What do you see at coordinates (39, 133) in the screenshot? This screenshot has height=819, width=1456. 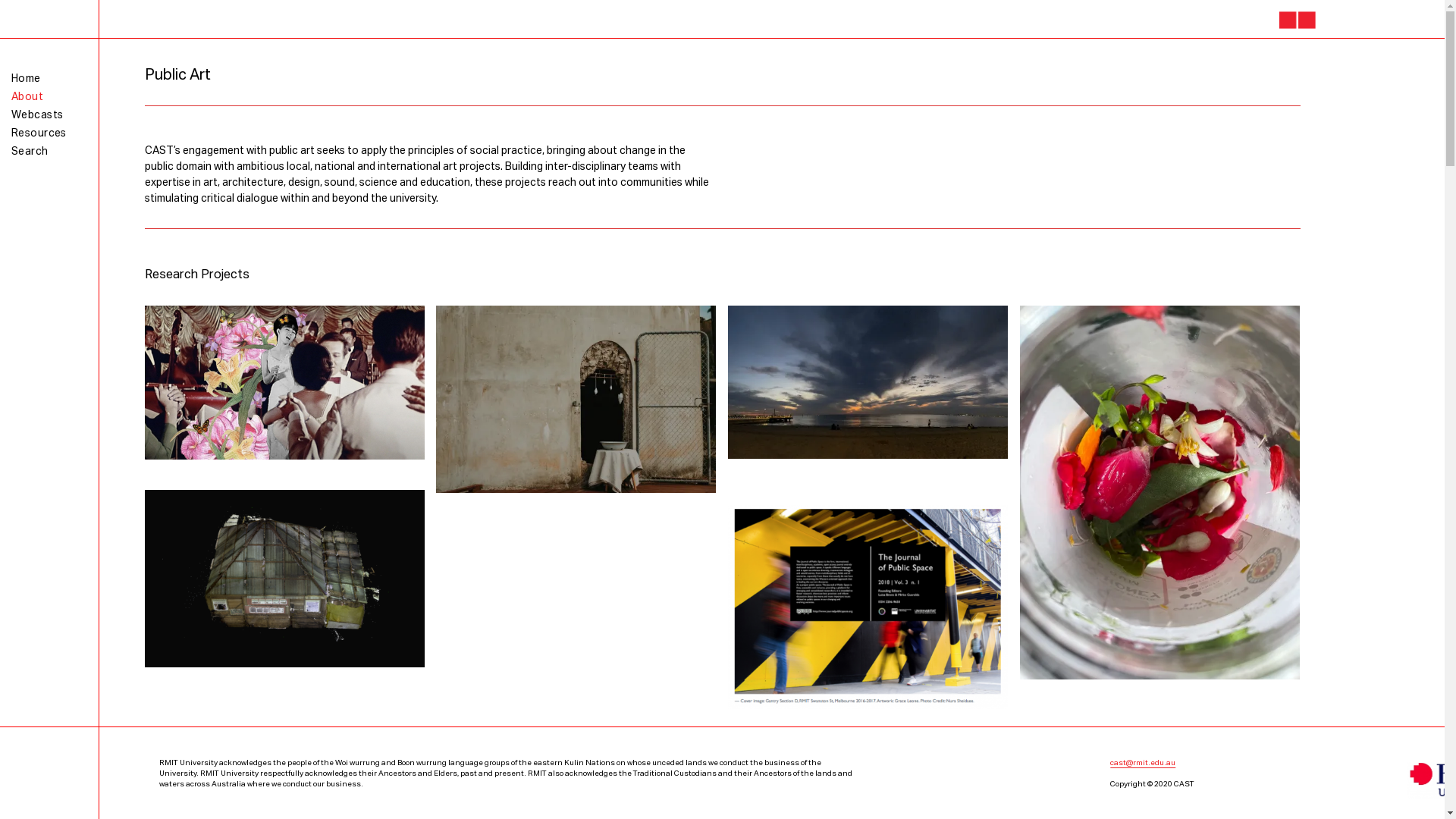 I see `'Resources'` at bounding box center [39, 133].